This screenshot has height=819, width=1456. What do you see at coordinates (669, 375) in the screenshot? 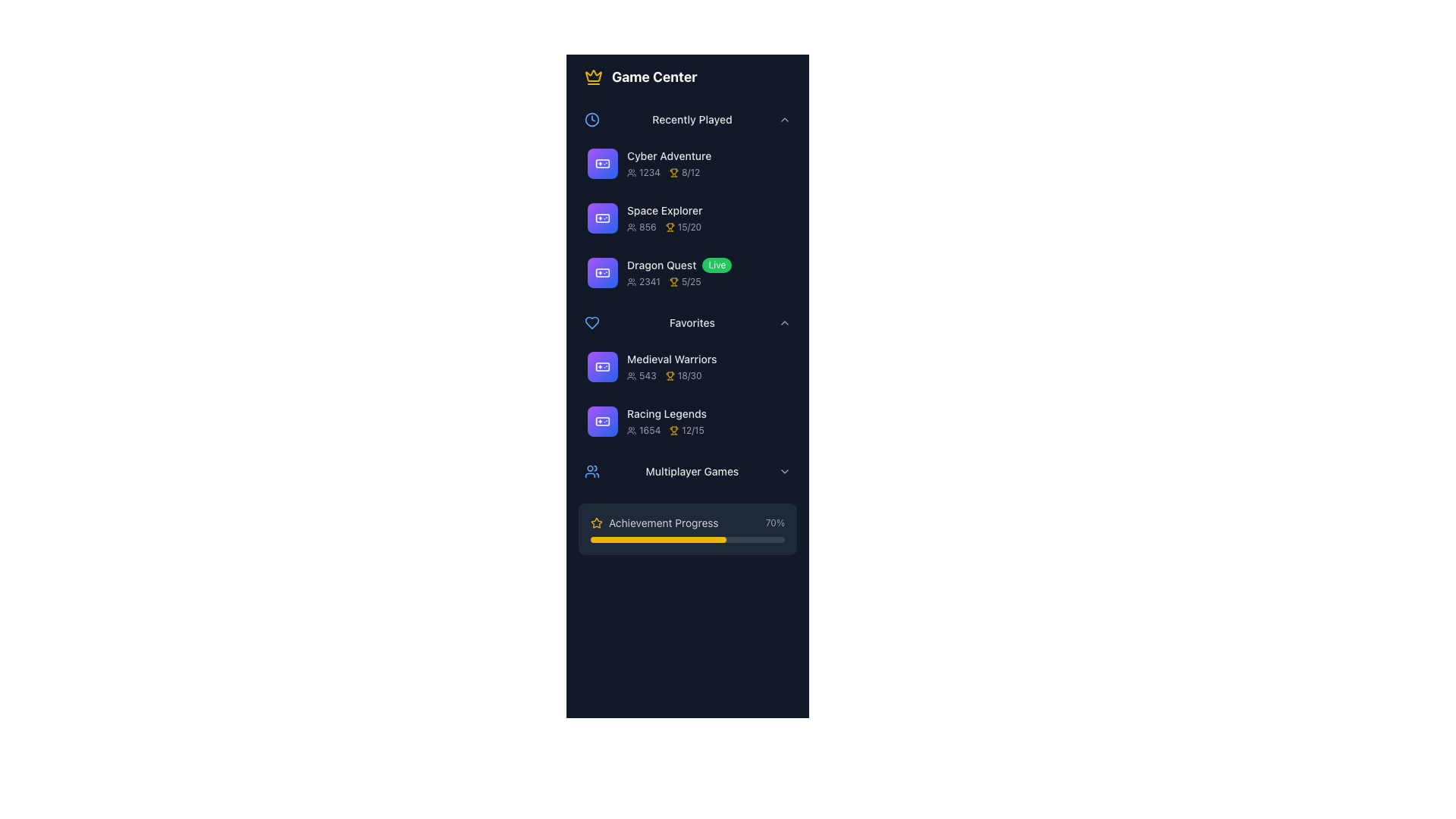
I see `the trophy icon, which is a bright yellow 24x24 SVG graphic located to the left of the '18/30' text in the 'Medieval Warriors' game entry under 'Favorites'` at bounding box center [669, 375].